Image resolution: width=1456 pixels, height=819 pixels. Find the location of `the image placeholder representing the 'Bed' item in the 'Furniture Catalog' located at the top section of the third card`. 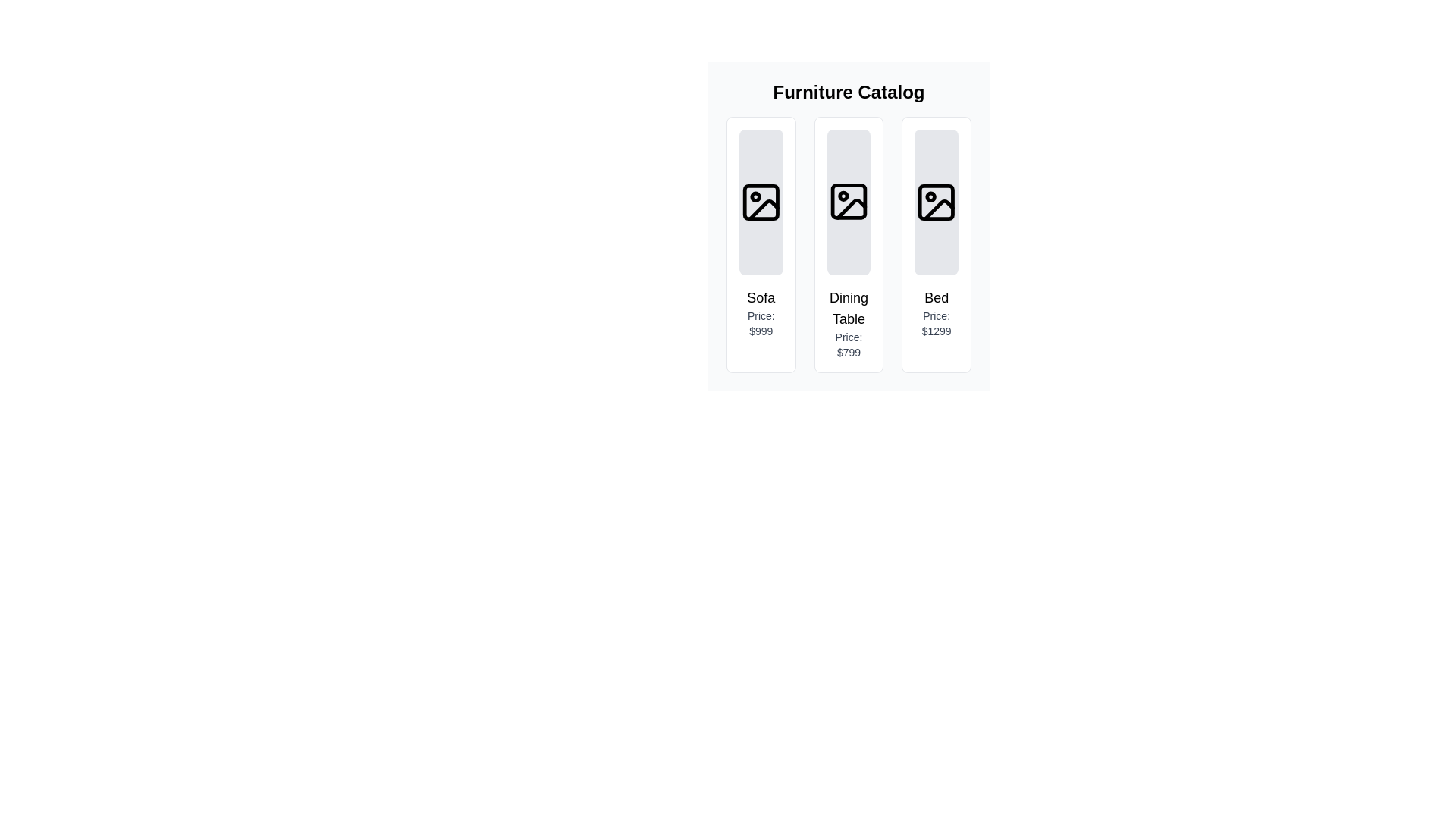

the image placeholder representing the 'Bed' item in the 'Furniture Catalog' located at the top section of the third card is located at coordinates (936, 201).